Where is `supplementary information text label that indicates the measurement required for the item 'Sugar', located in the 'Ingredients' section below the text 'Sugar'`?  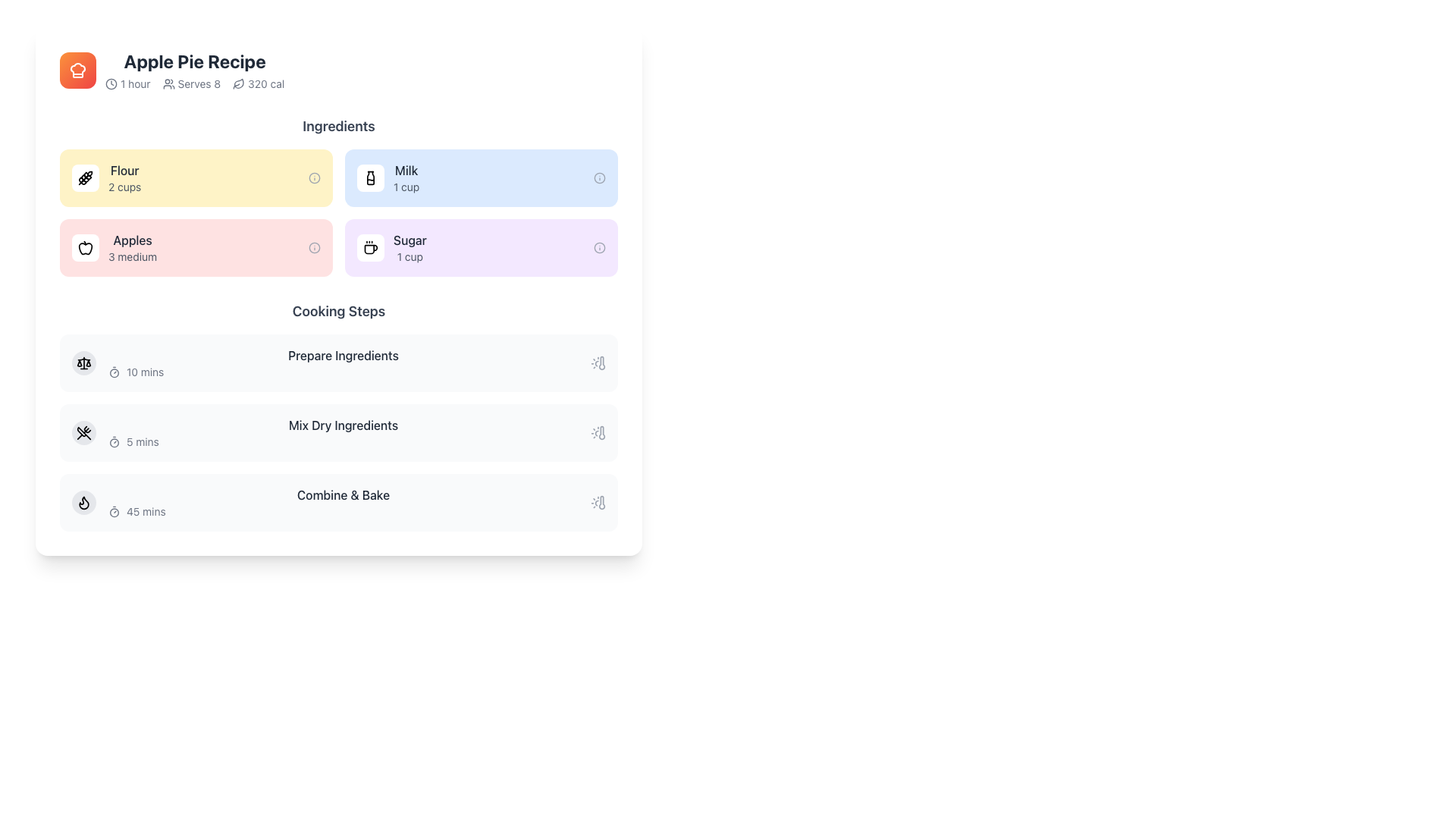
supplementary information text label that indicates the measurement required for the item 'Sugar', located in the 'Ingredients' section below the text 'Sugar' is located at coordinates (409, 256).